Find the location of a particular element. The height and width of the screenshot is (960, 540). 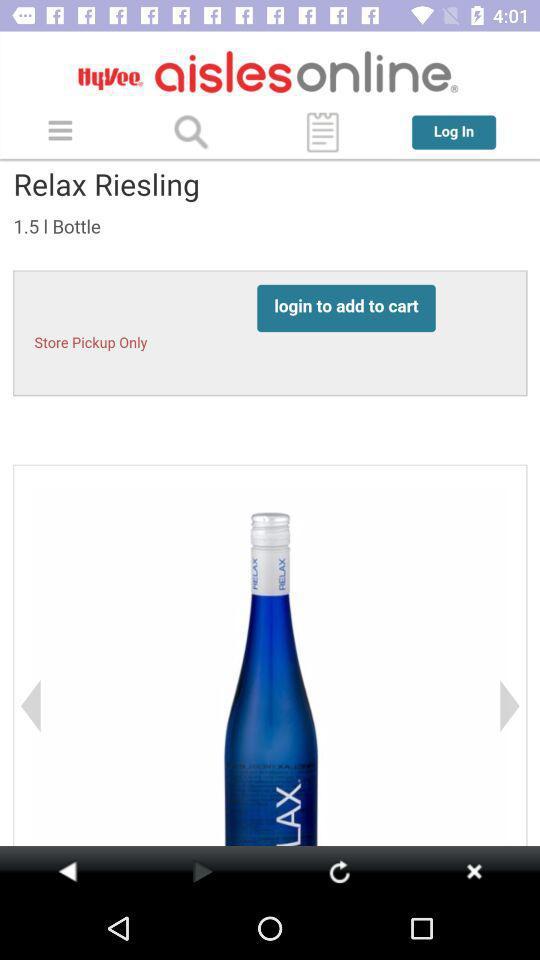

go back is located at coordinates (67, 870).